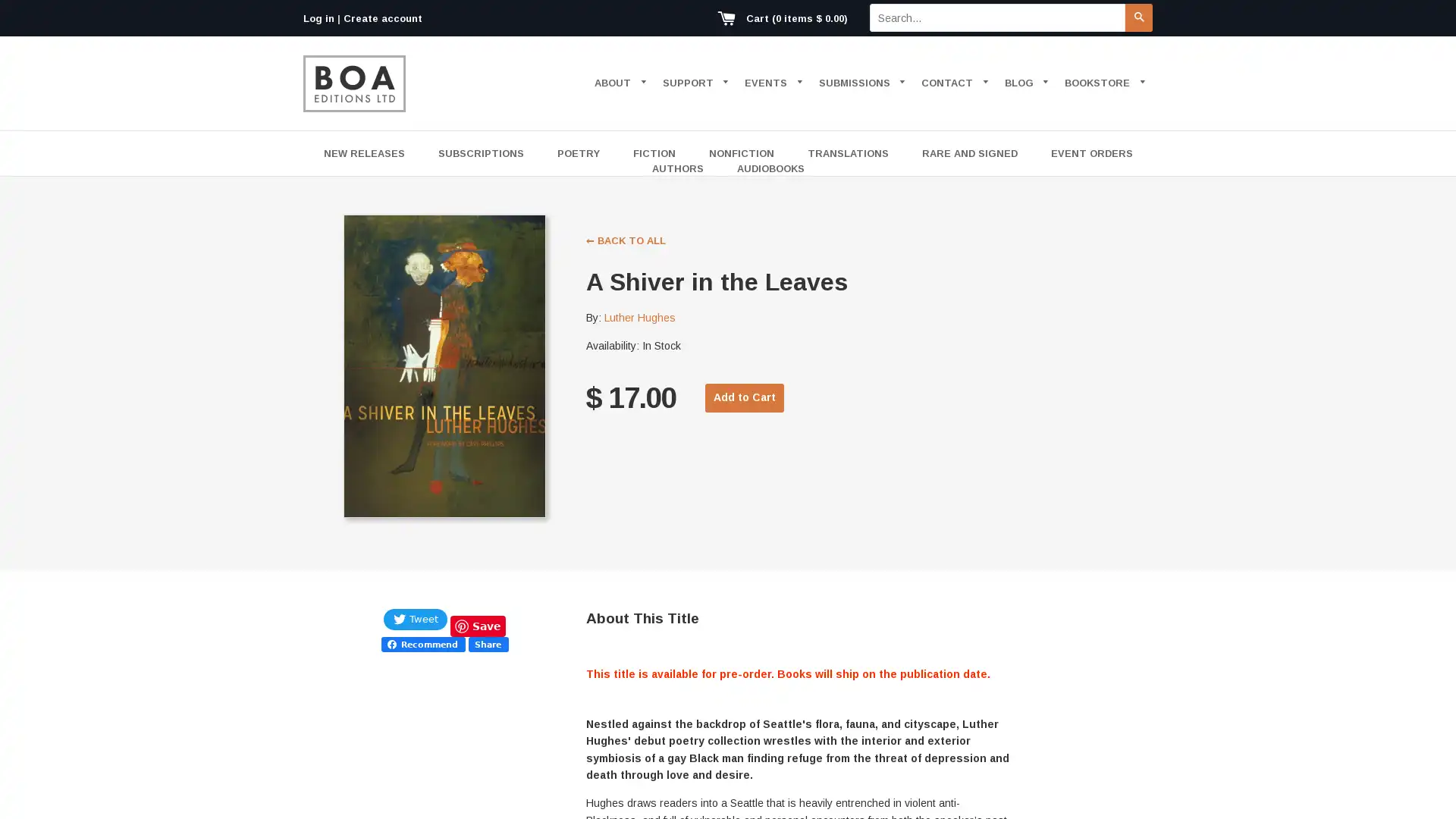 Image resolution: width=1456 pixels, height=819 pixels. What do you see at coordinates (753, 397) in the screenshot?
I see `Pre-order Now` at bounding box center [753, 397].